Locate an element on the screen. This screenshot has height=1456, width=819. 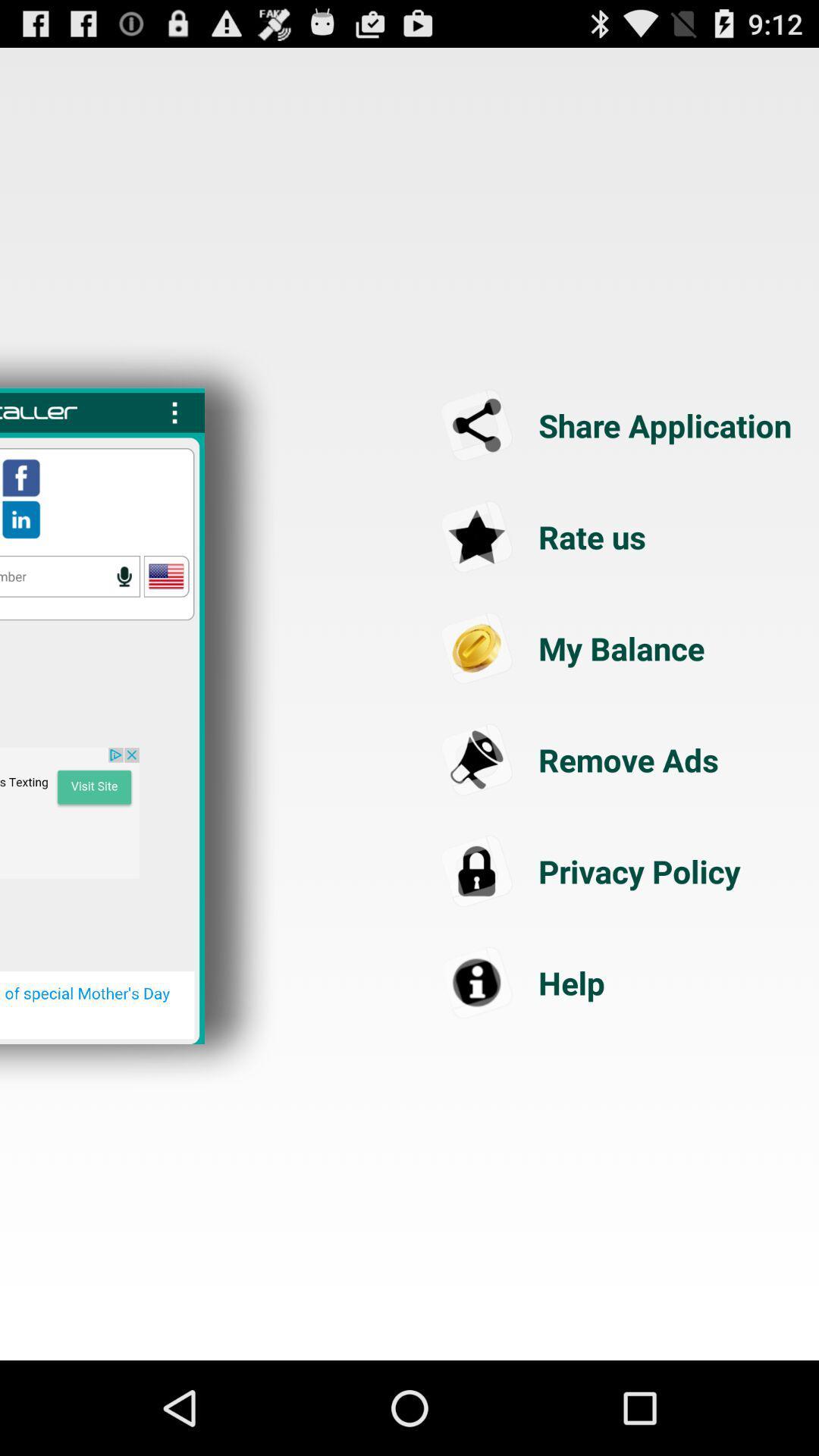
linkedin is located at coordinates (21, 519).